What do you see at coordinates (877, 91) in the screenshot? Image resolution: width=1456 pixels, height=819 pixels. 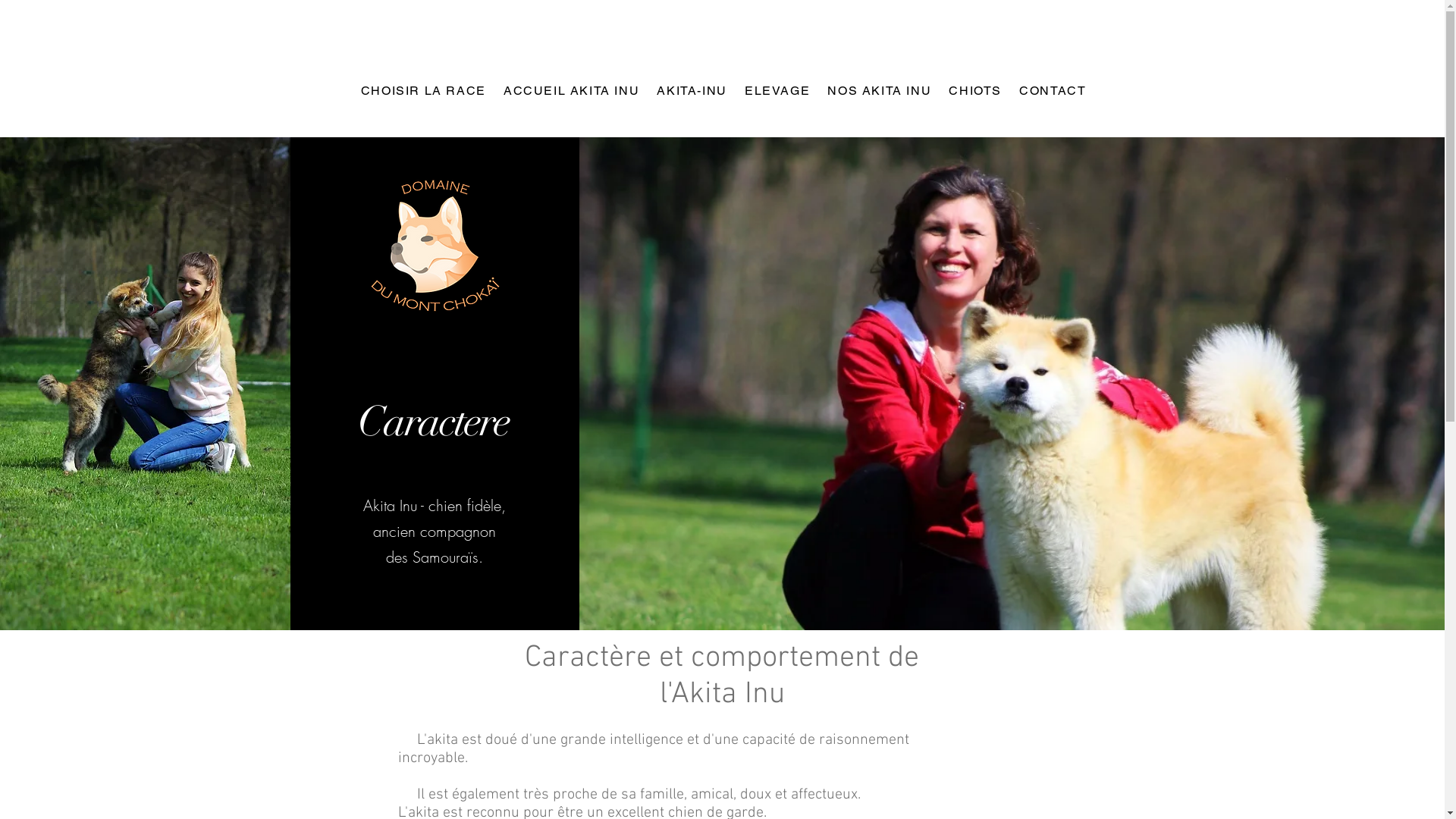 I see `'NOS AKITA INU'` at bounding box center [877, 91].